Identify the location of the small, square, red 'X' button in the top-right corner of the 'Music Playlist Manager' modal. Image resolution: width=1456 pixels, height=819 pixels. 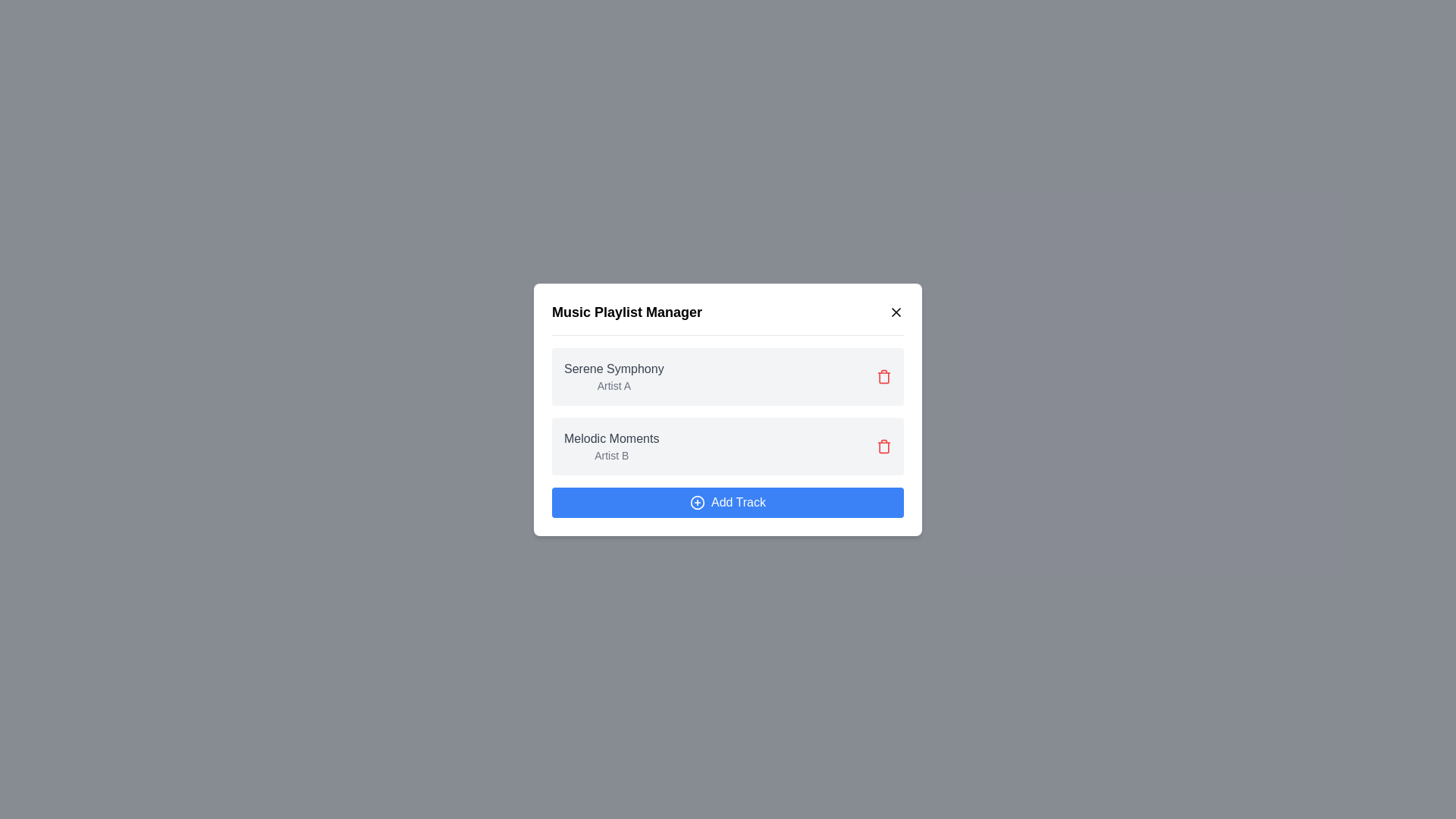
(896, 311).